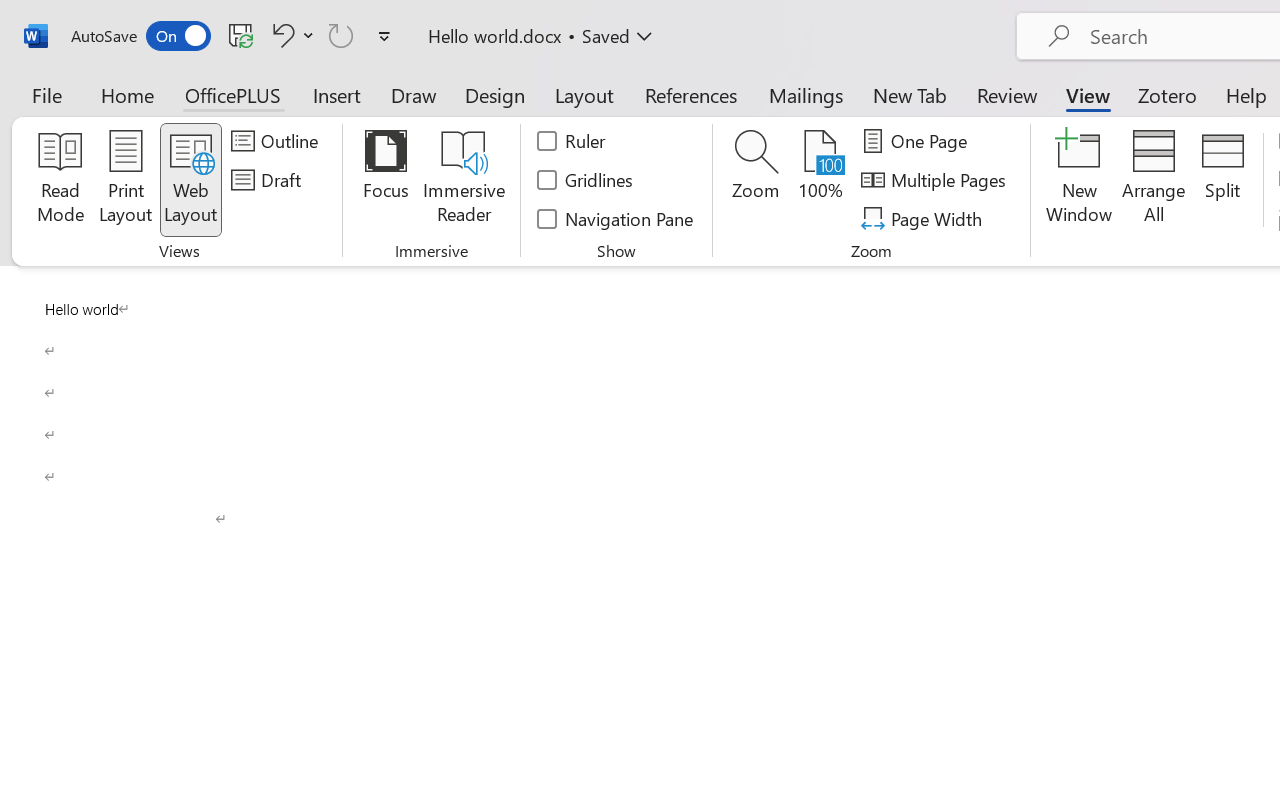 Image resolution: width=1280 pixels, height=800 pixels. I want to click on 'Draft', so click(268, 179).